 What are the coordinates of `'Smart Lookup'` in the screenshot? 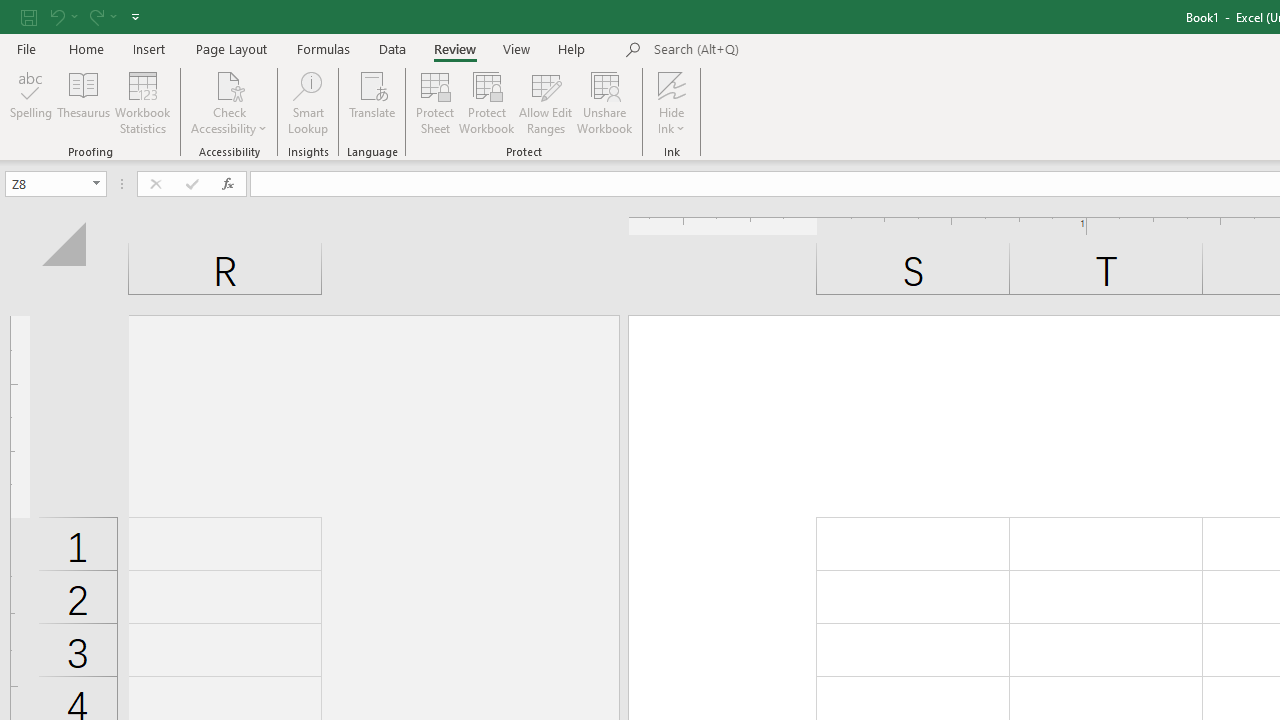 It's located at (307, 103).